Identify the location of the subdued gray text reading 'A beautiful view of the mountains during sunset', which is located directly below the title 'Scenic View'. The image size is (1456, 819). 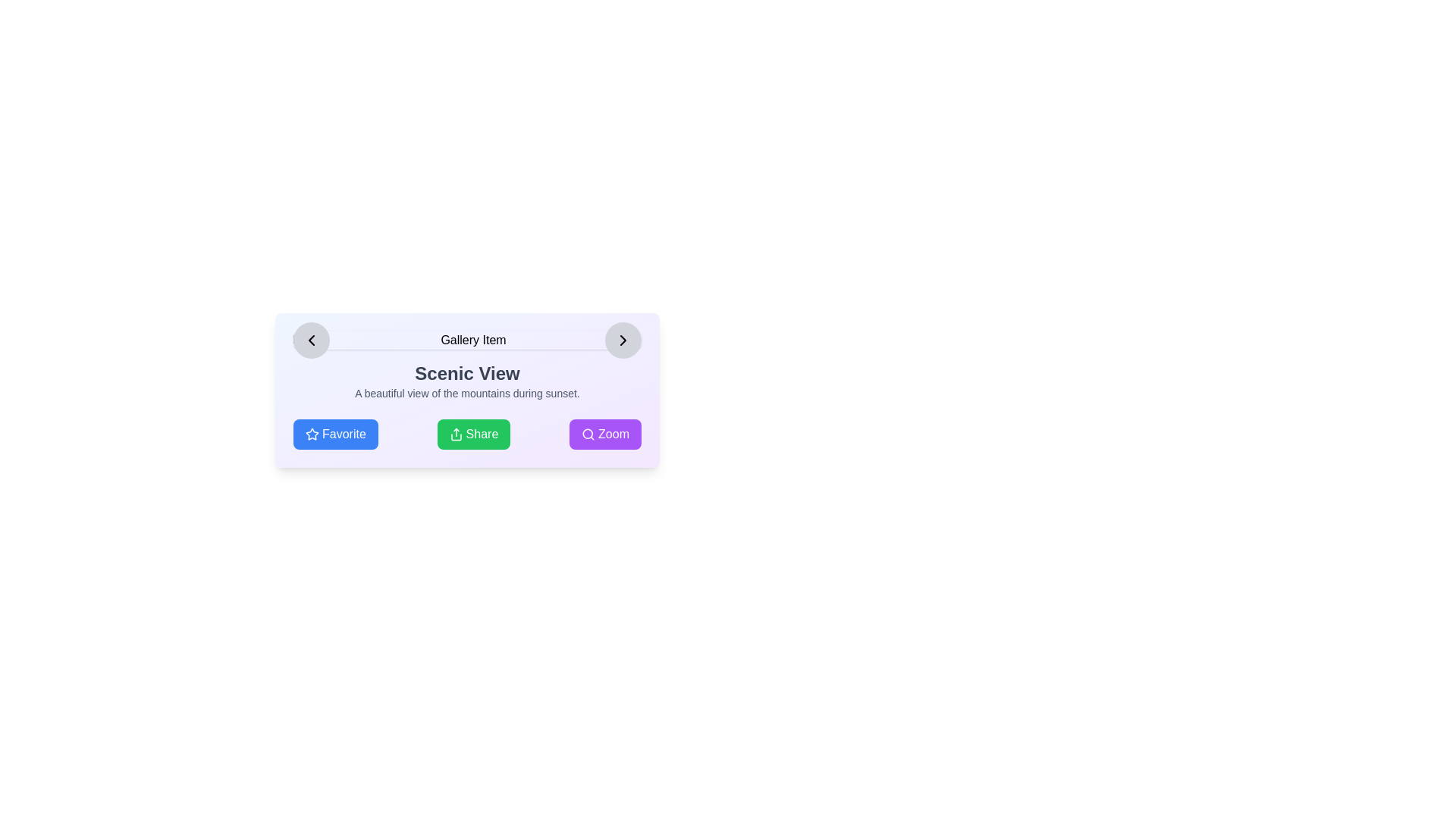
(466, 393).